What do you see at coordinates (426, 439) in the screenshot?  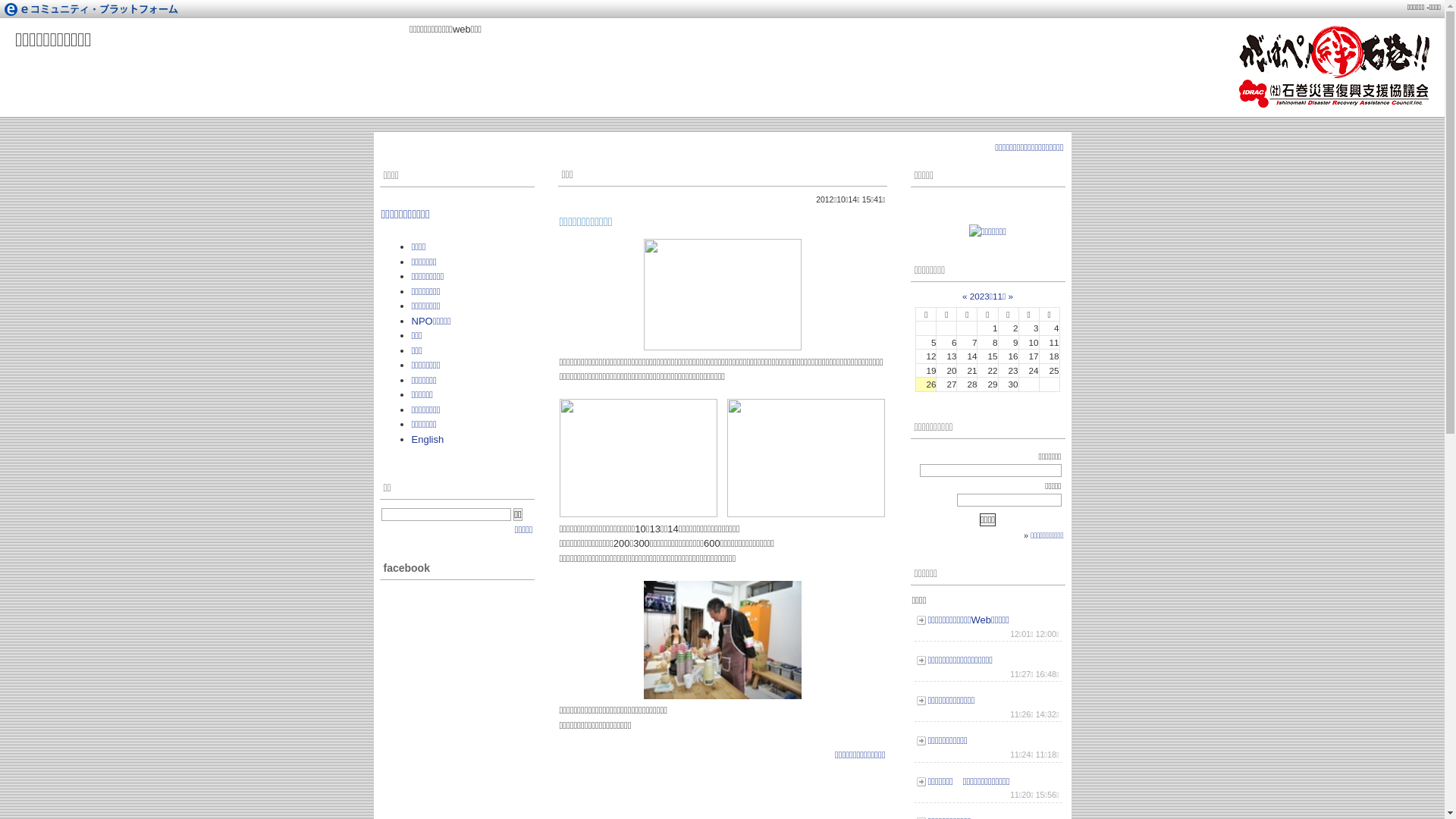 I see `'English'` at bounding box center [426, 439].